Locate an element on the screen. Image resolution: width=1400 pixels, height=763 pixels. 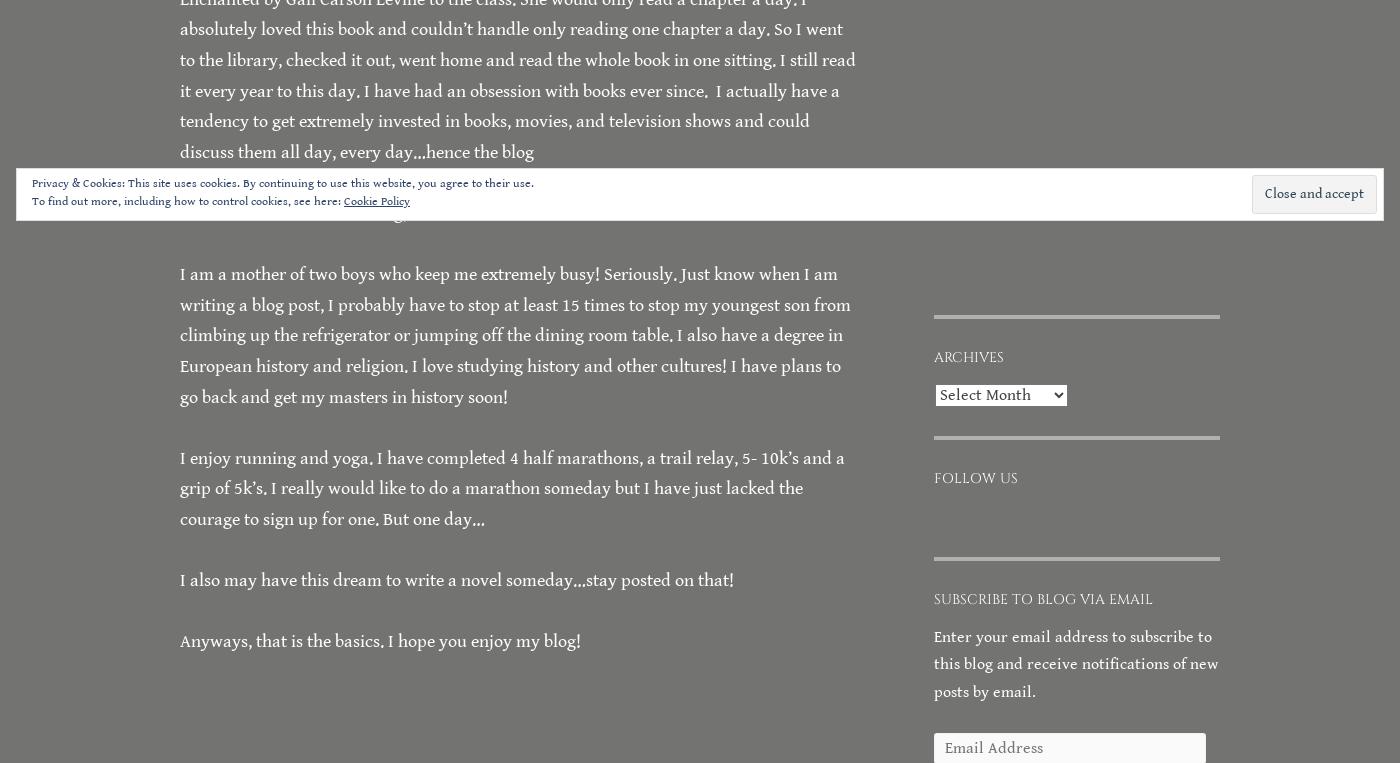
'I also may have this dream to write a novel someday…stay posted on that!' is located at coordinates (456, 579).